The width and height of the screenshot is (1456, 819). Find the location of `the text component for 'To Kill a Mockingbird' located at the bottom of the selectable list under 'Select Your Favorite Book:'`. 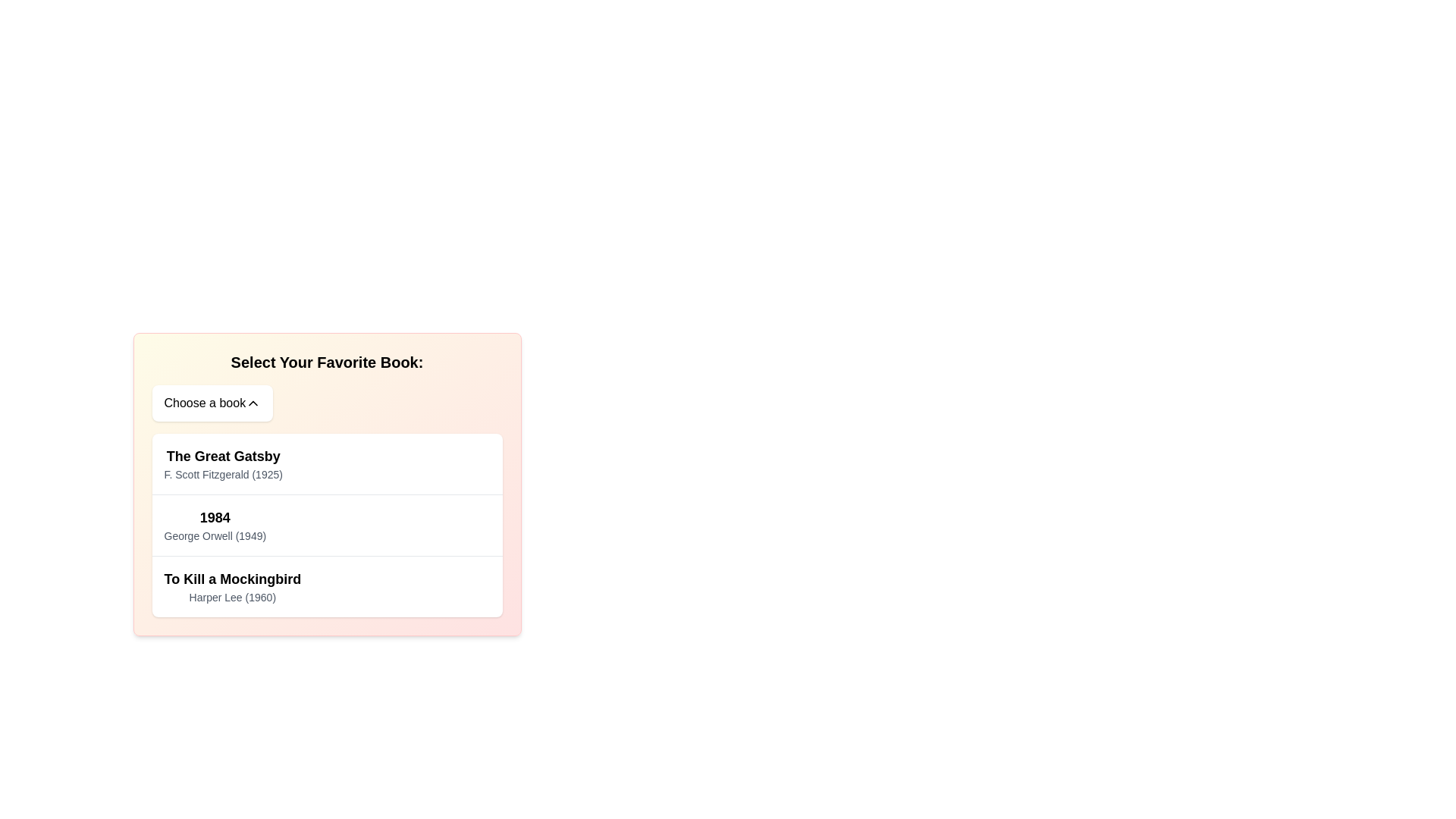

the text component for 'To Kill a Mockingbird' located at the bottom of the selectable list under 'Select Your Favorite Book:' is located at coordinates (231, 586).